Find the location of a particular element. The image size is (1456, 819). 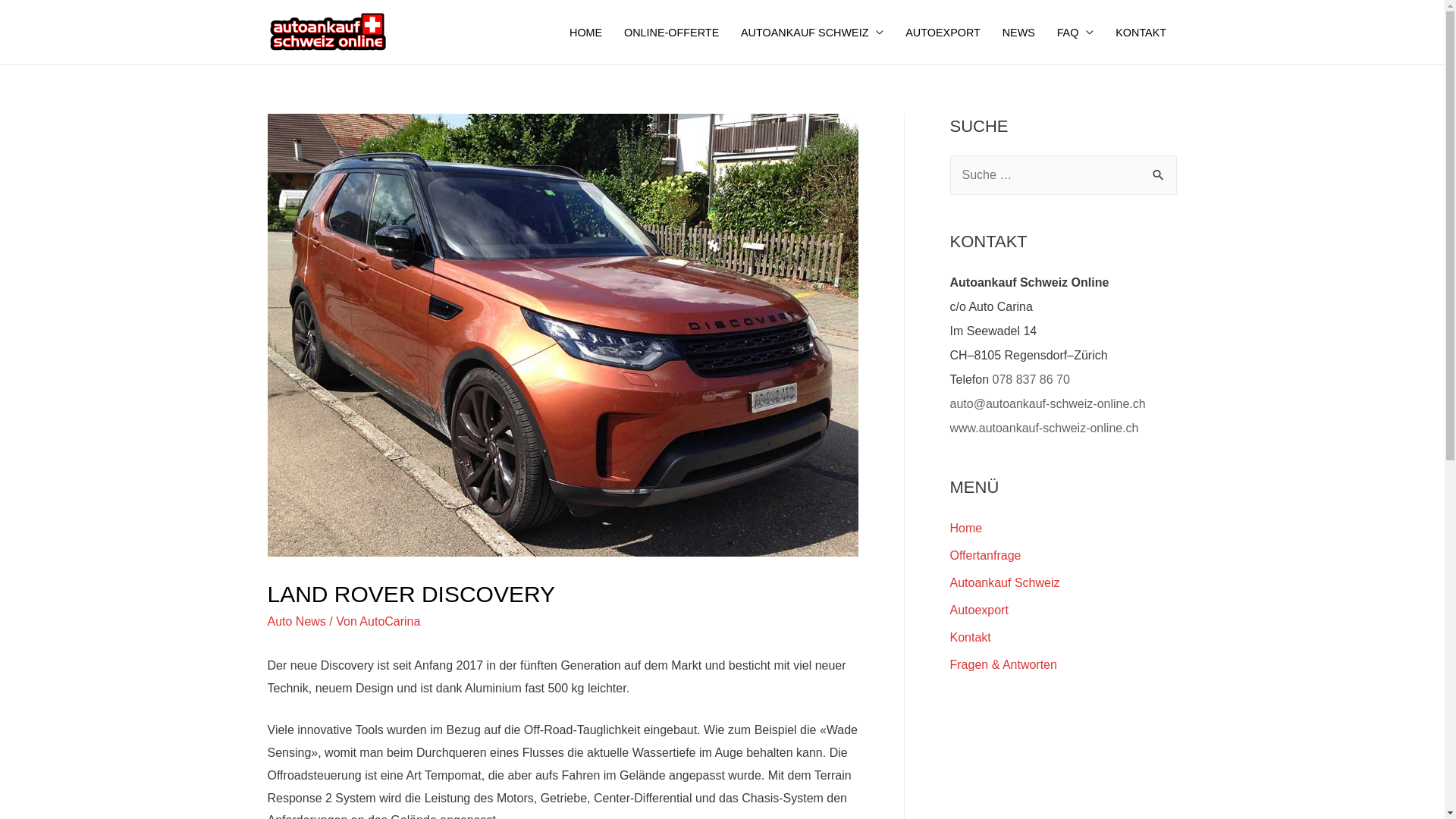

'Autoexport' is located at coordinates (978, 609).